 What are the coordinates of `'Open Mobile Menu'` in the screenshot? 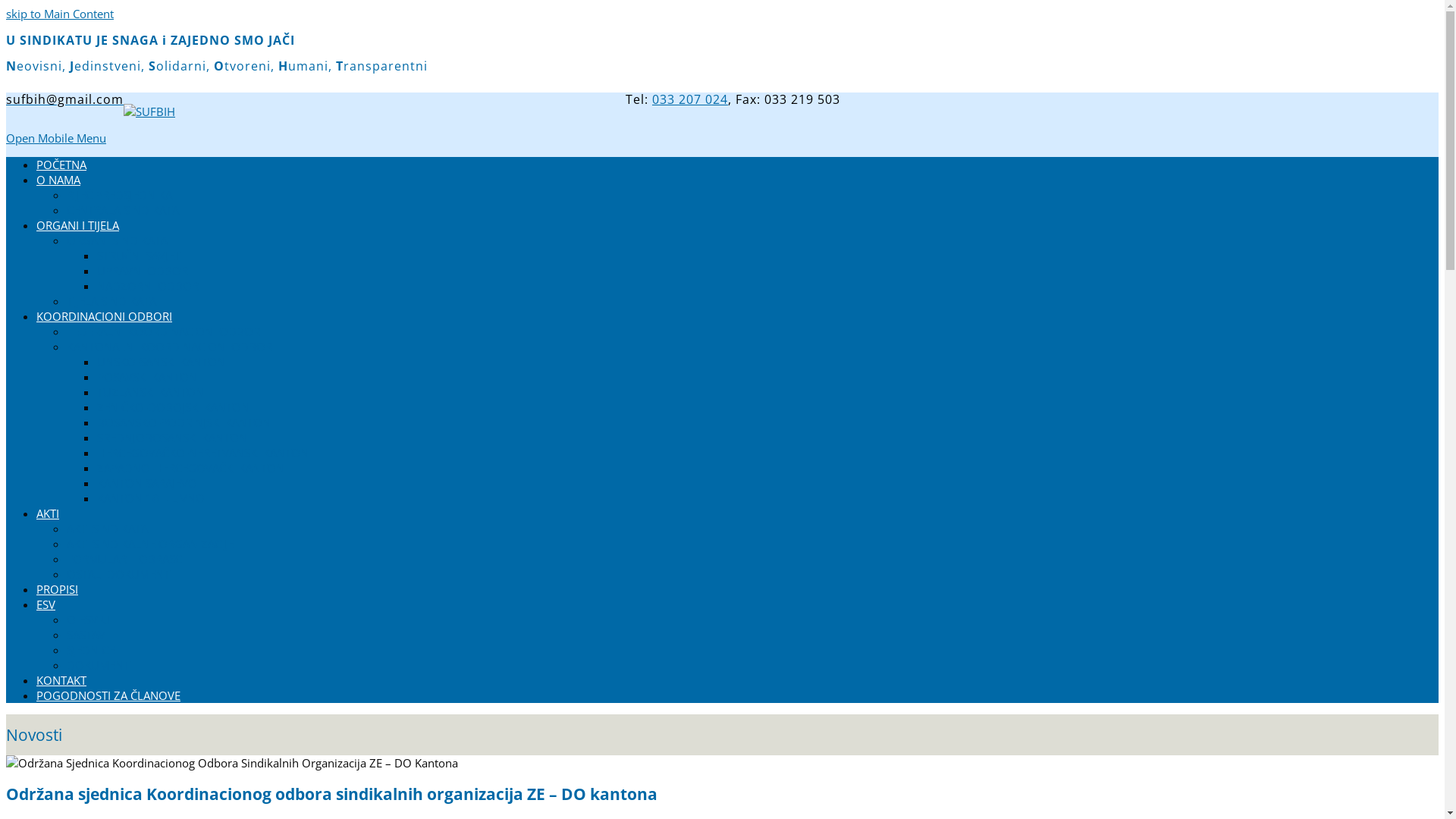 It's located at (55, 137).